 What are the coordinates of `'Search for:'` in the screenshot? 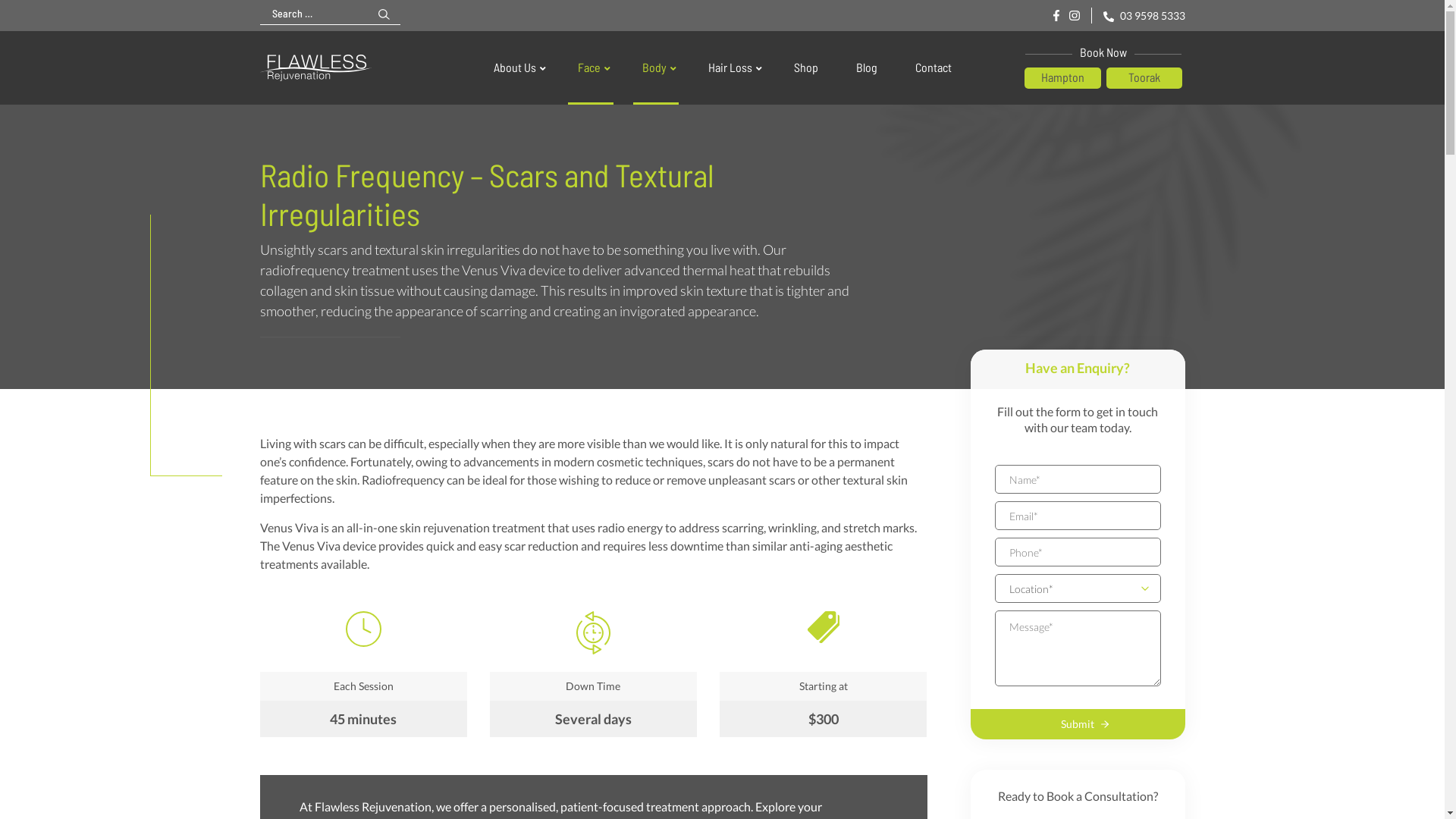 It's located at (313, 14).